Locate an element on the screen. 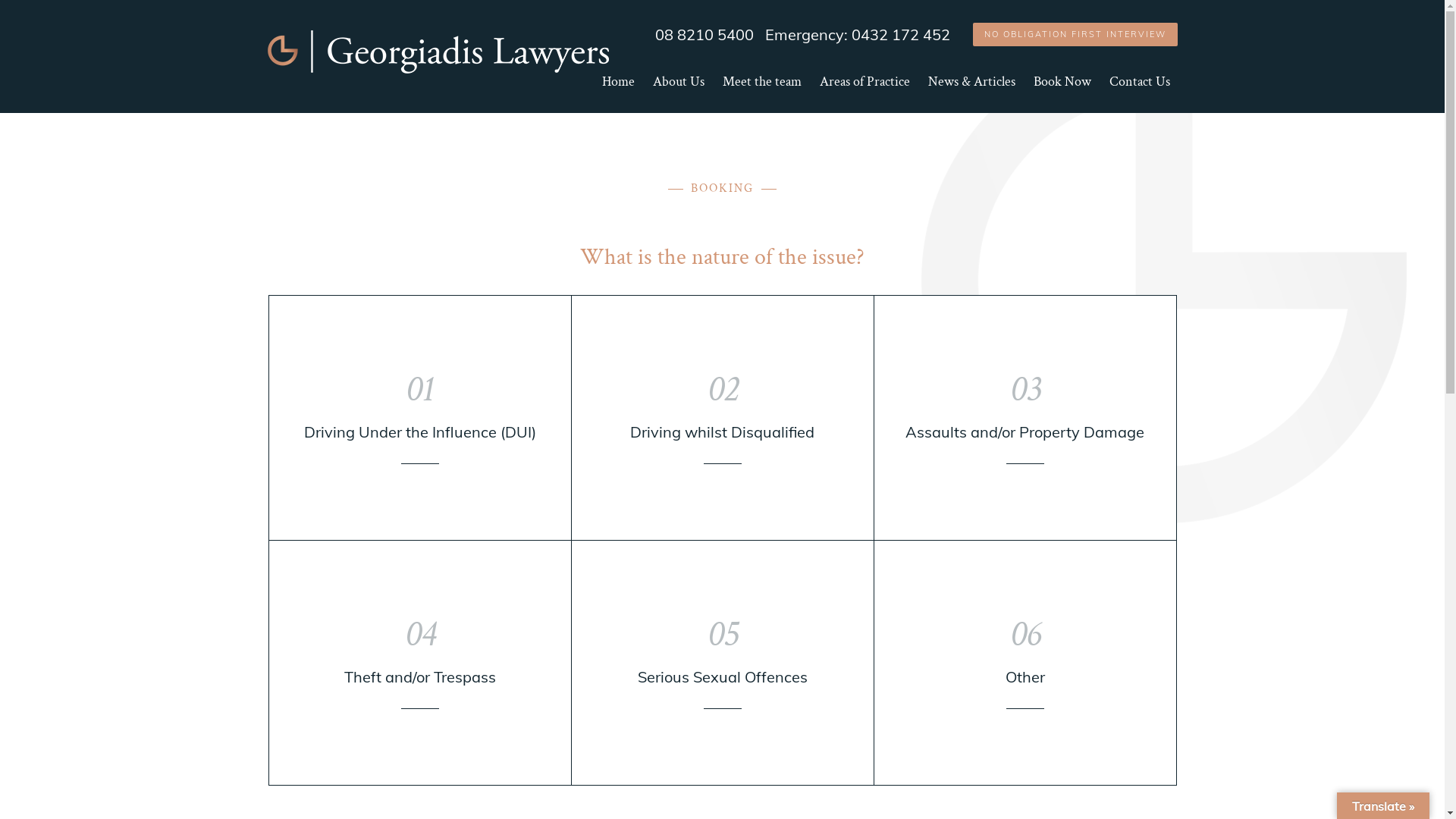 Image resolution: width=1456 pixels, height=819 pixels. 'About Us' is located at coordinates (676, 93).